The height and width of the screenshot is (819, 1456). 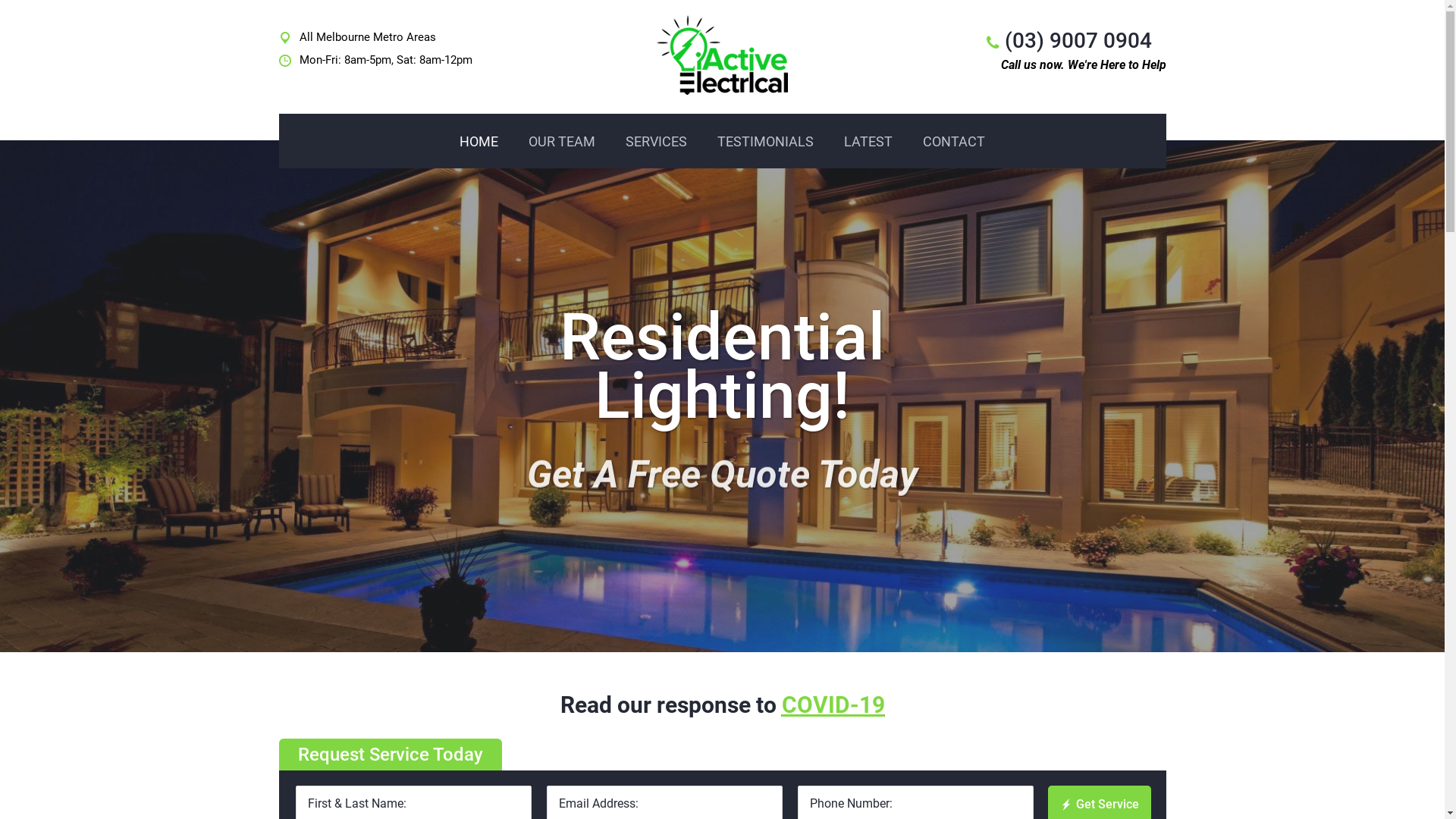 I want to click on 'LATEST', so click(x=828, y=141).